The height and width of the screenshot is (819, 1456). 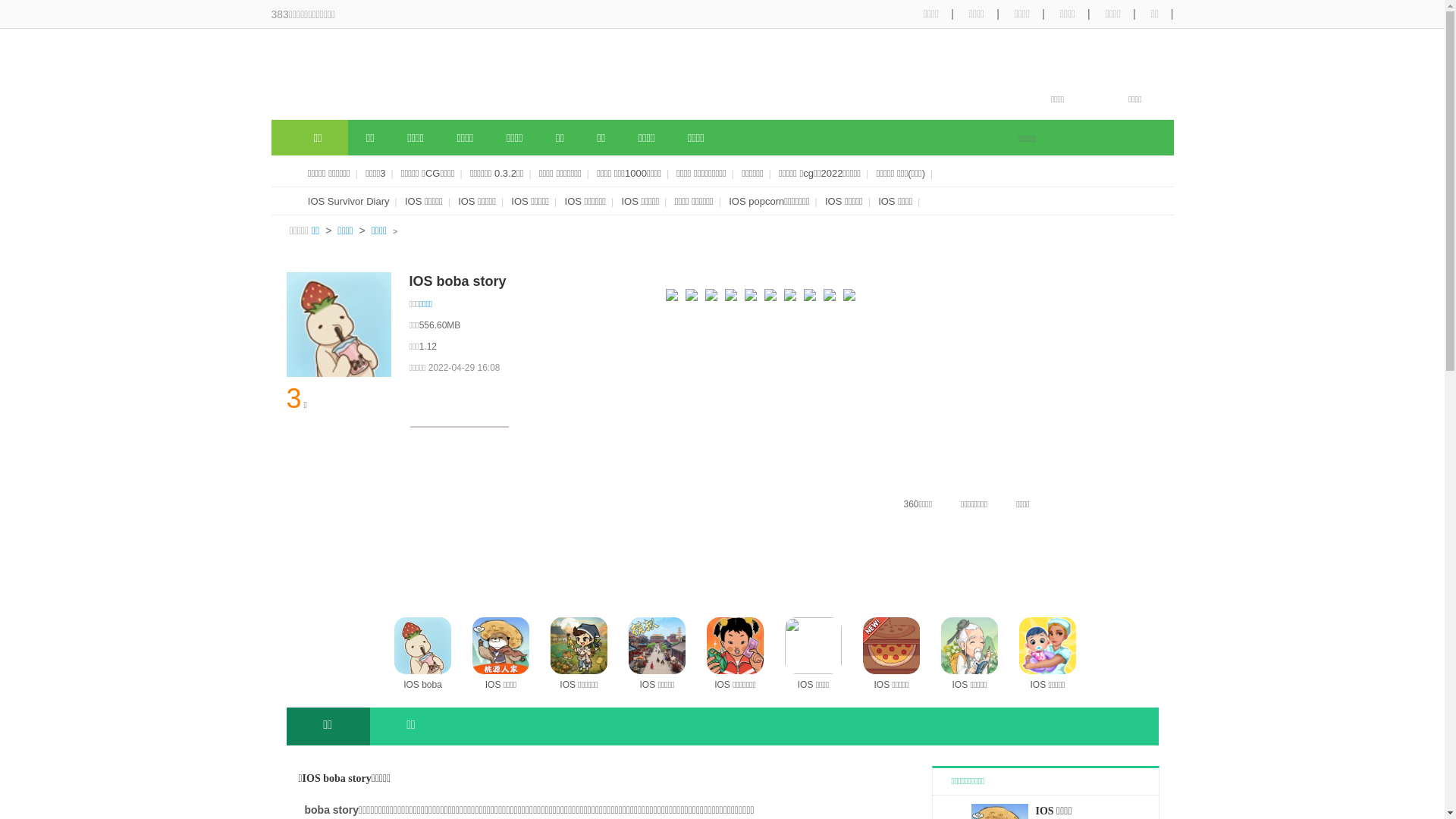 What do you see at coordinates (348, 200) in the screenshot?
I see `'IOS Survivor Diary'` at bounding box center [348, 200].